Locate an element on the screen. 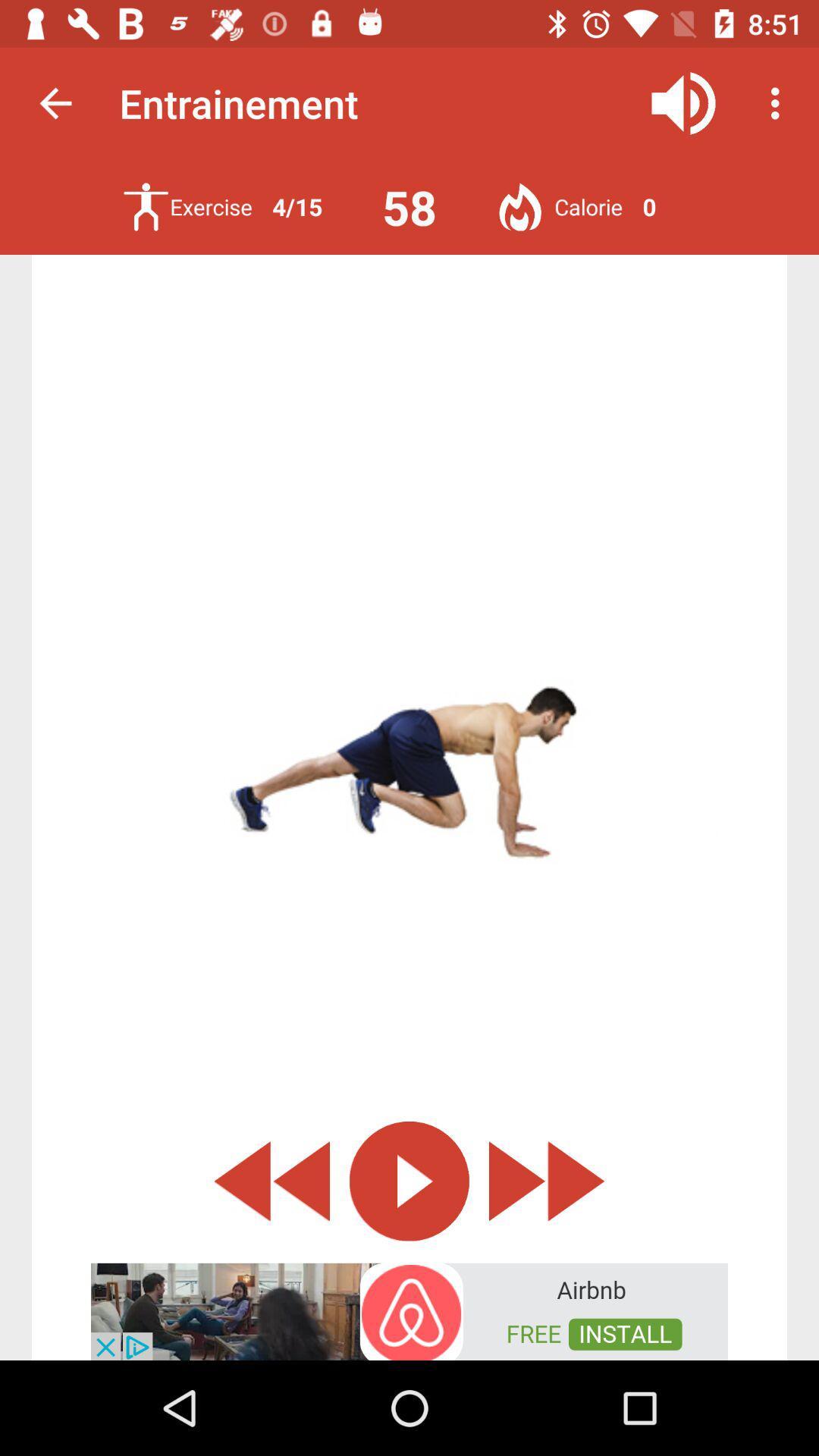  install airbnb is located at coordinates (409, 1310).